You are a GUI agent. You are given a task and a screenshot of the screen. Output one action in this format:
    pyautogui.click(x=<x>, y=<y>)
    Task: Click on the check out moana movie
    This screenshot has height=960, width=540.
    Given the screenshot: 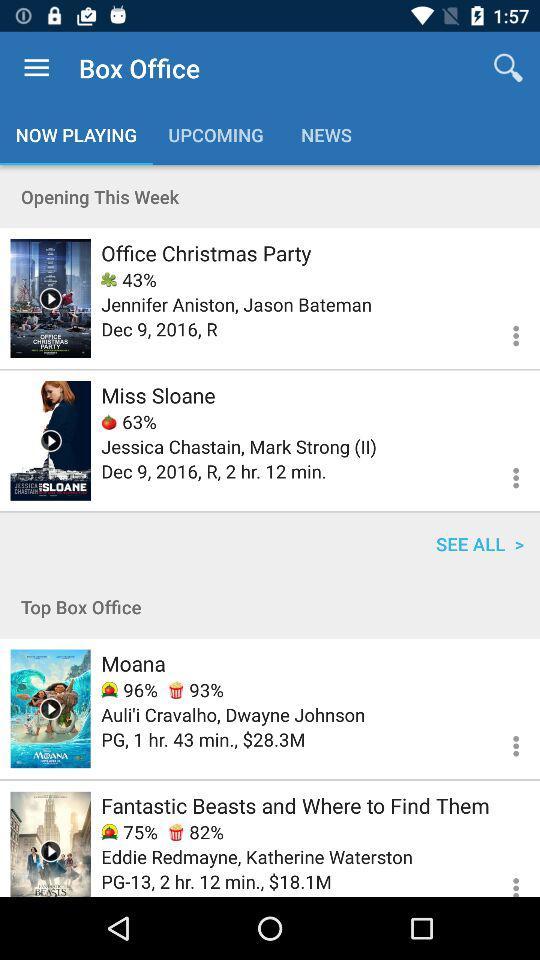 What is the action you would take?
    pyautogui.click(x=50, y=708)
    